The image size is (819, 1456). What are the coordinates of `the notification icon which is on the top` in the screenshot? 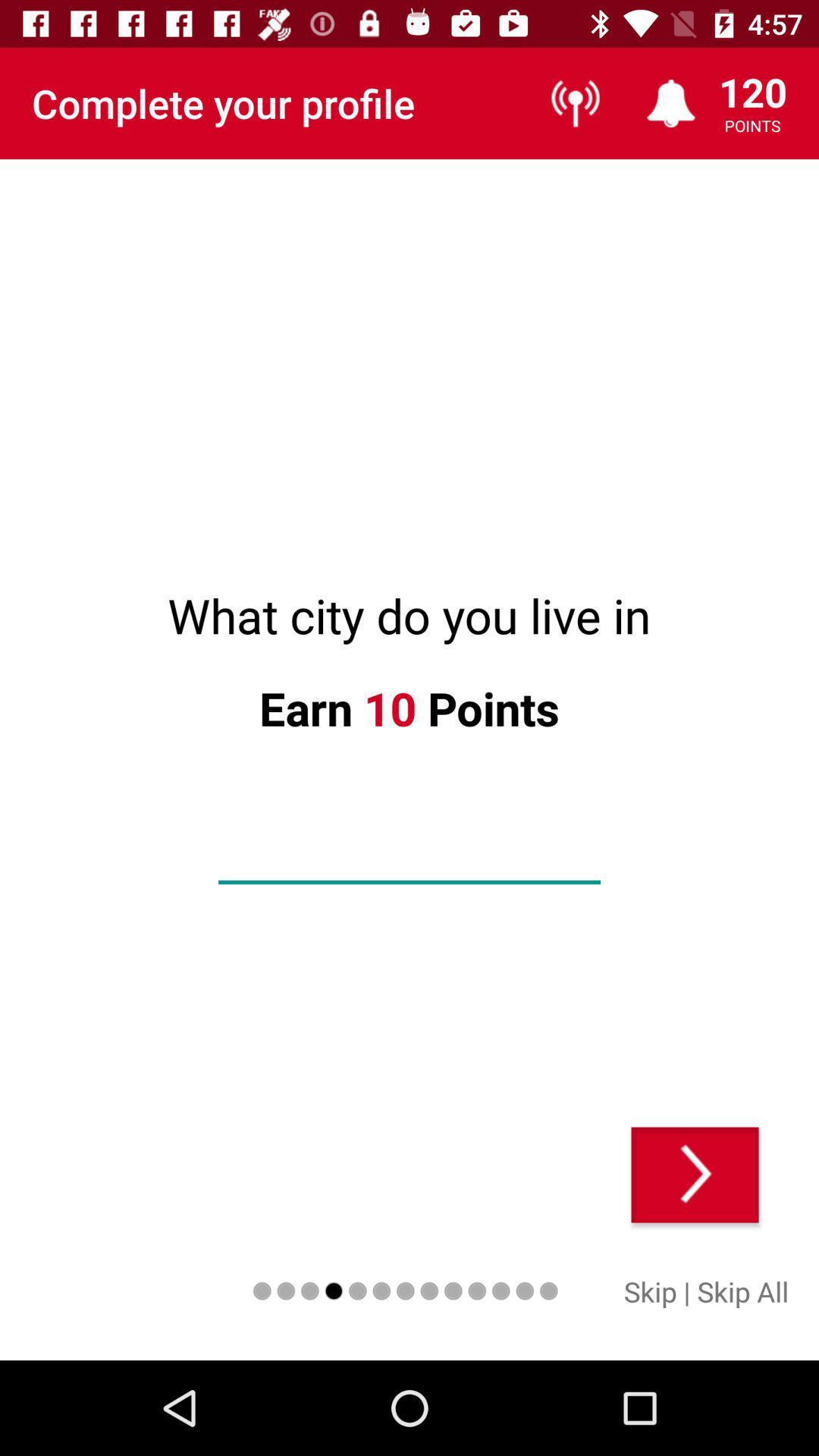 It's located at (670, 102).